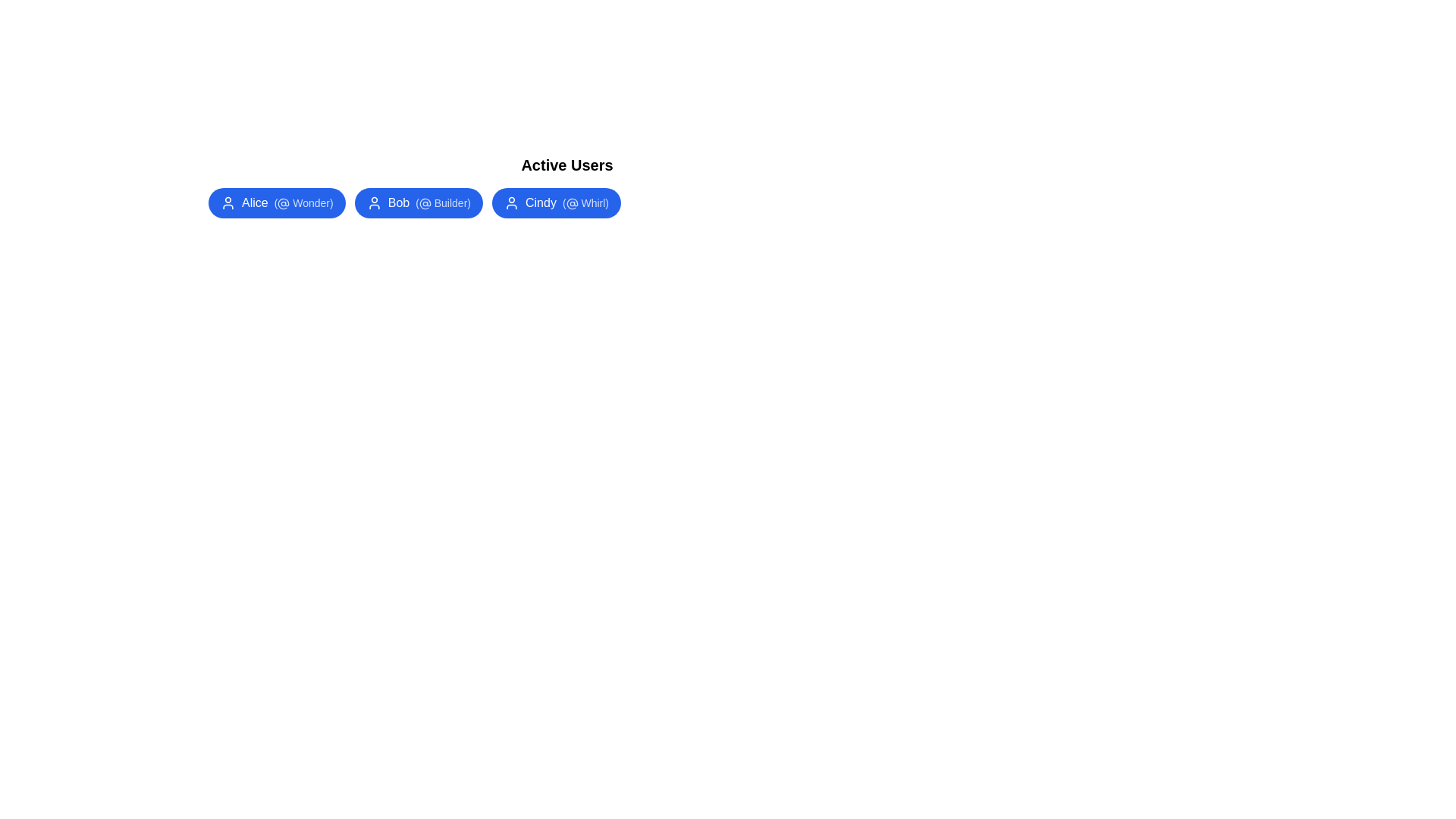 This screenshot has width=1456, height=819. Describe the element at coordinates (585, 202) in the screenshot. I see `the alias Whirl within the user chip` at that location.